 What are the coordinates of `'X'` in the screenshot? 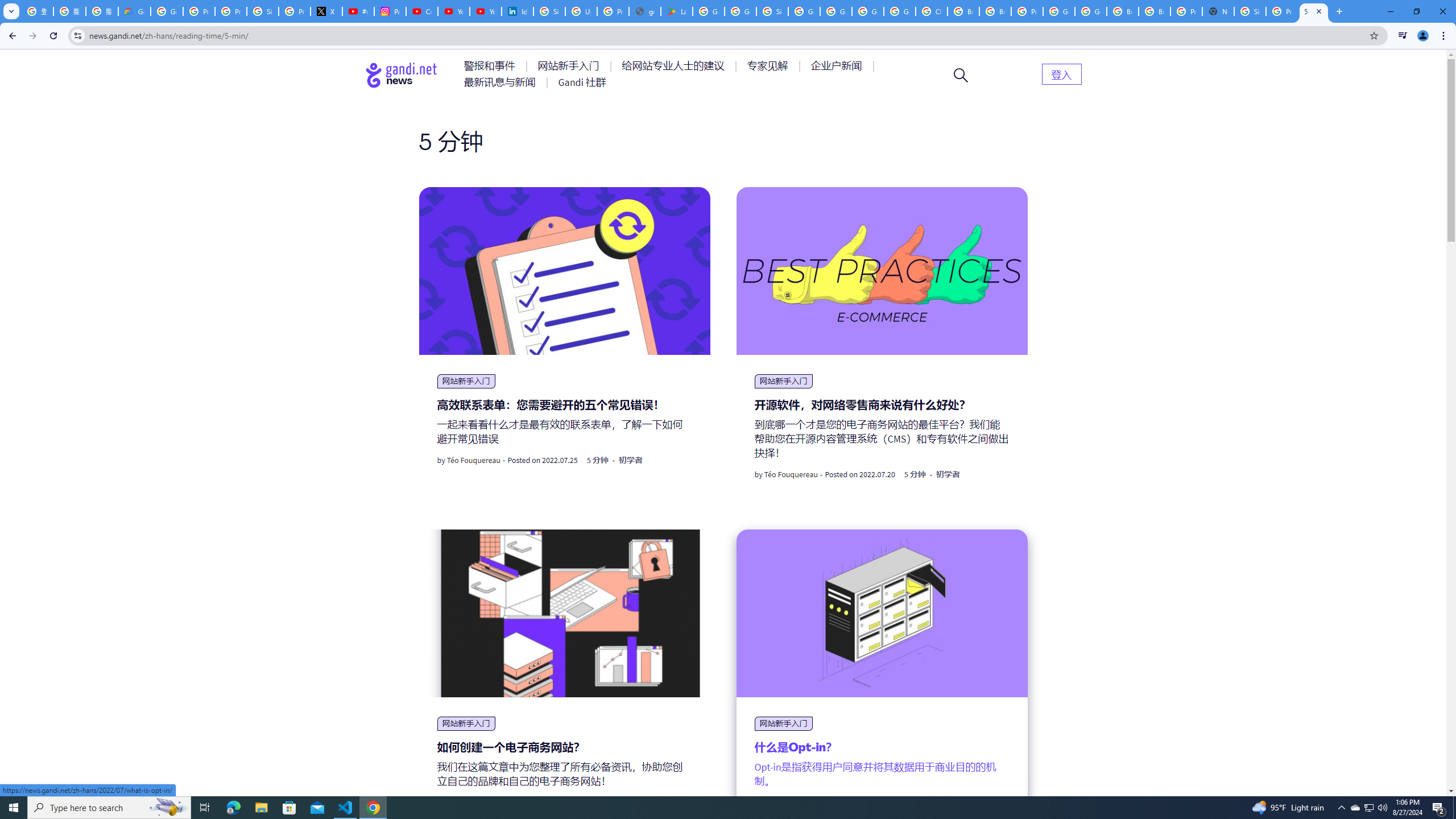 It's located at (326, 11).